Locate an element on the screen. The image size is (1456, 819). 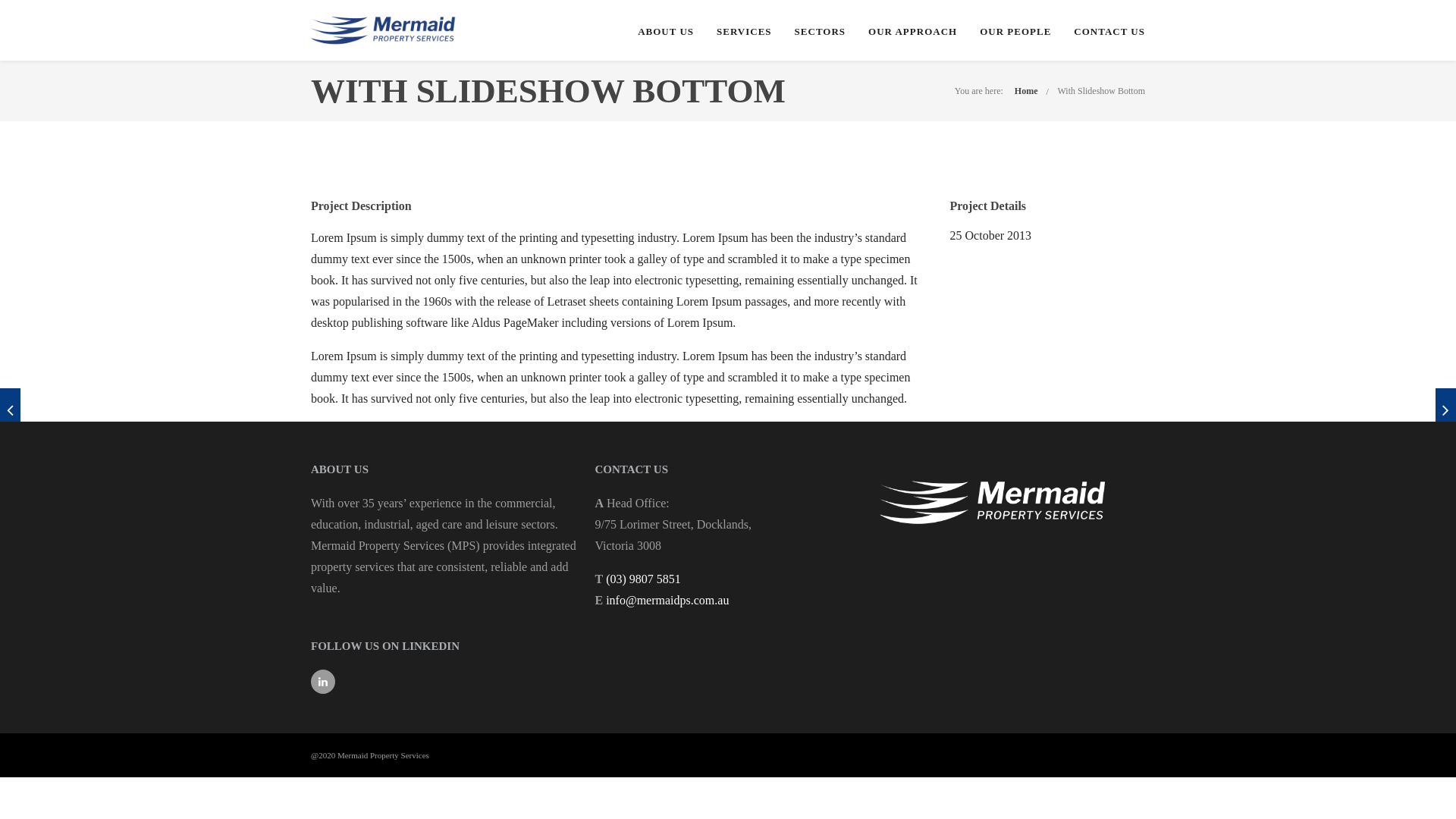
'CONTACT US' is located at coordinates (1109, 32).